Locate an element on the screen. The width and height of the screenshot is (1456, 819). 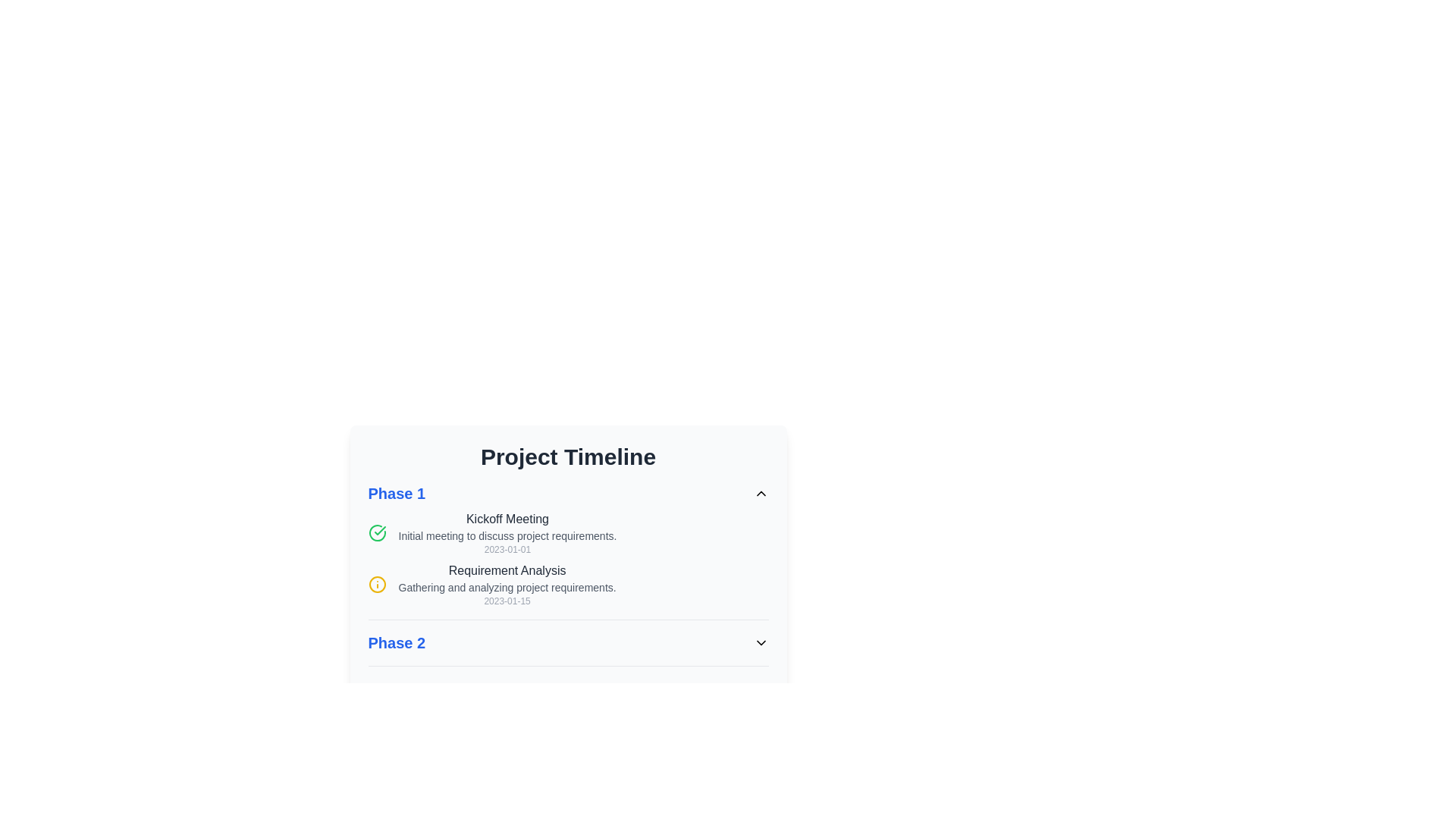
the text label providing additional information about the 'Requirement Analysis' entry, which is located below the 'Requirement Analysis' label and above the date '2023-01-15' in the timeline section is located at coordinates (507, 587).